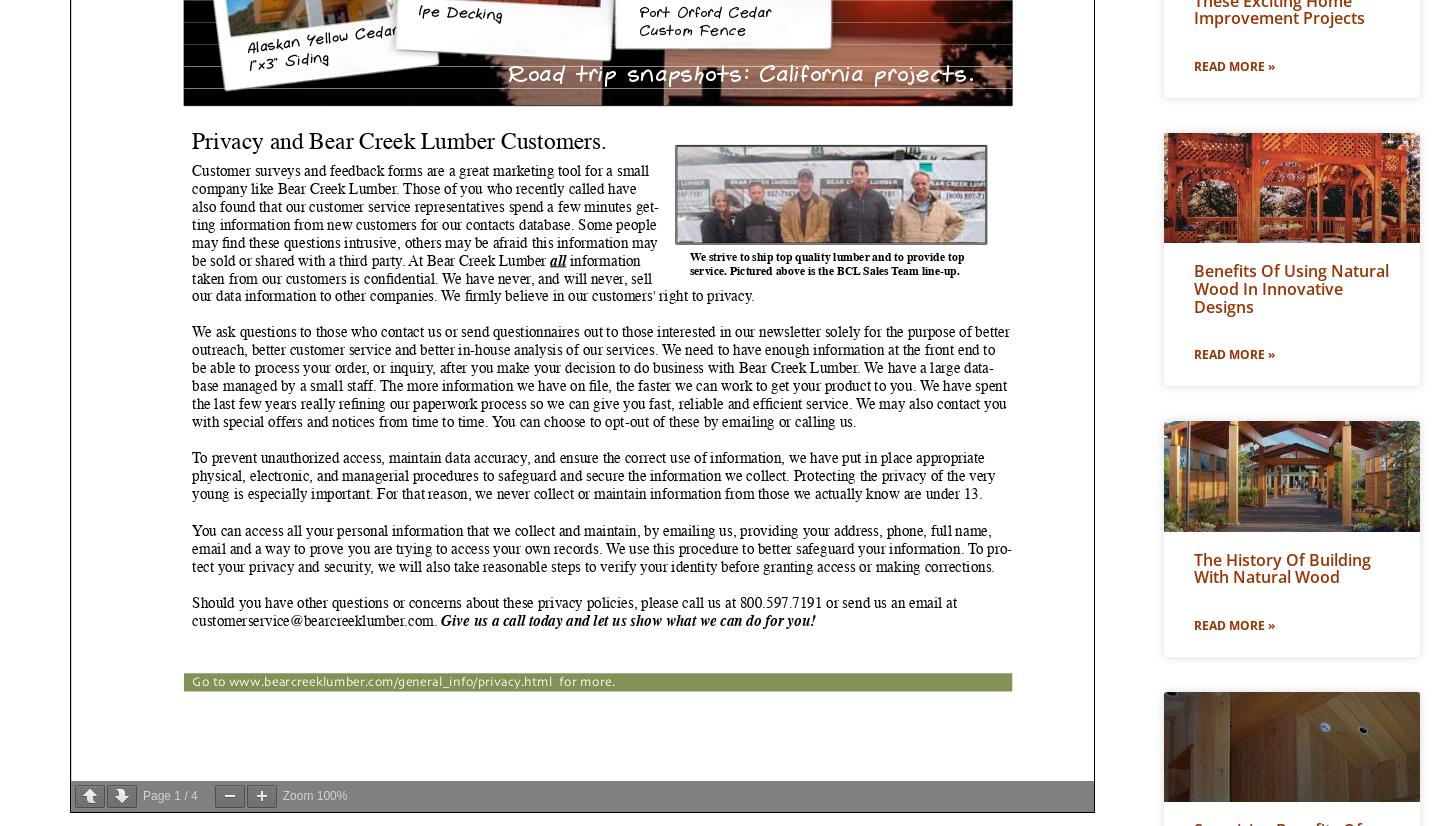 The width and height of the screenshot is (1450, 826). Describe the element at coordinates (176, 796) in the screenshot. I see `'1'` at that location.